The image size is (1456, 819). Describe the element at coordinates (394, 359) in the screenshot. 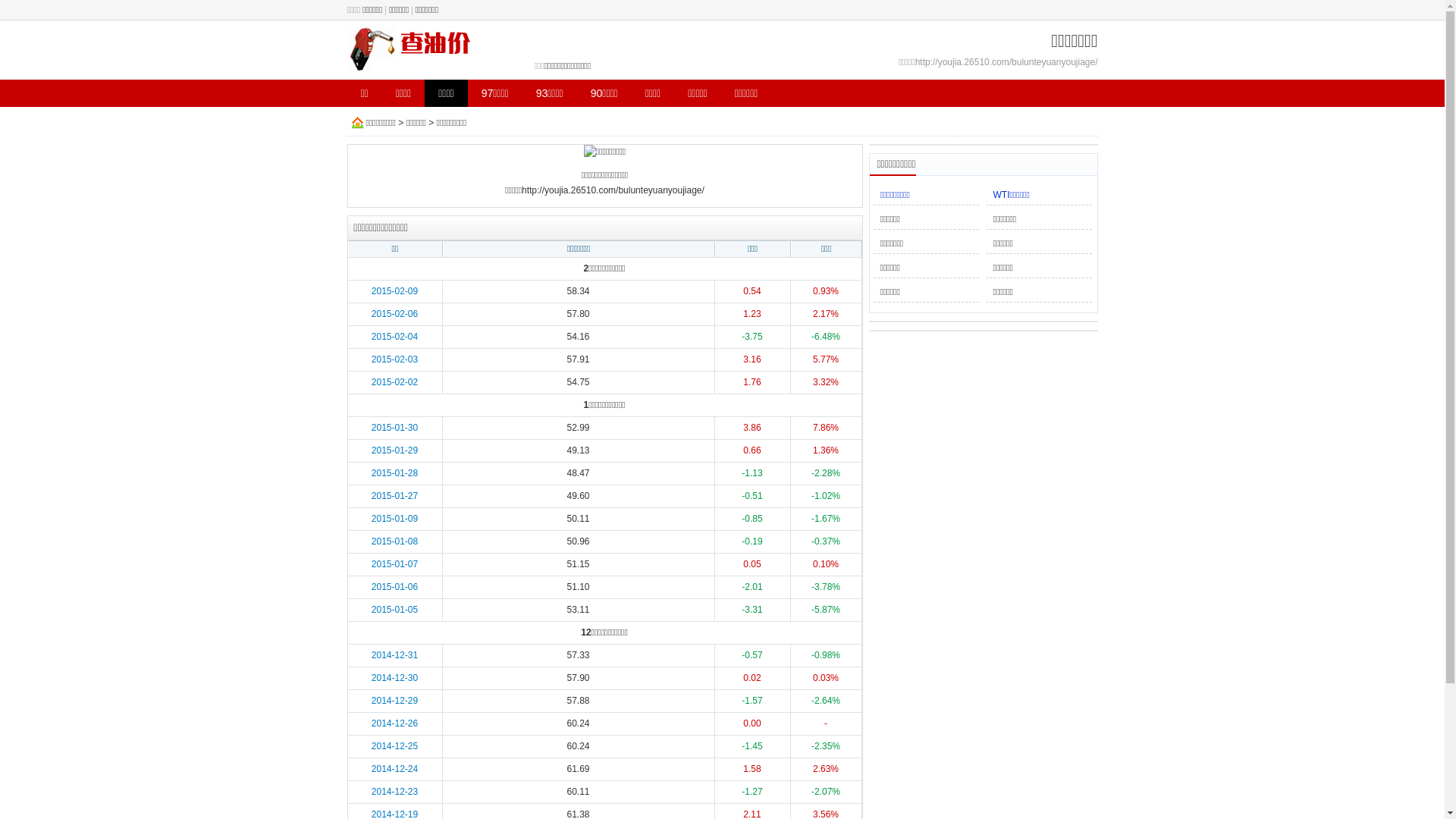

I see `'2015-02-03'` at that location.